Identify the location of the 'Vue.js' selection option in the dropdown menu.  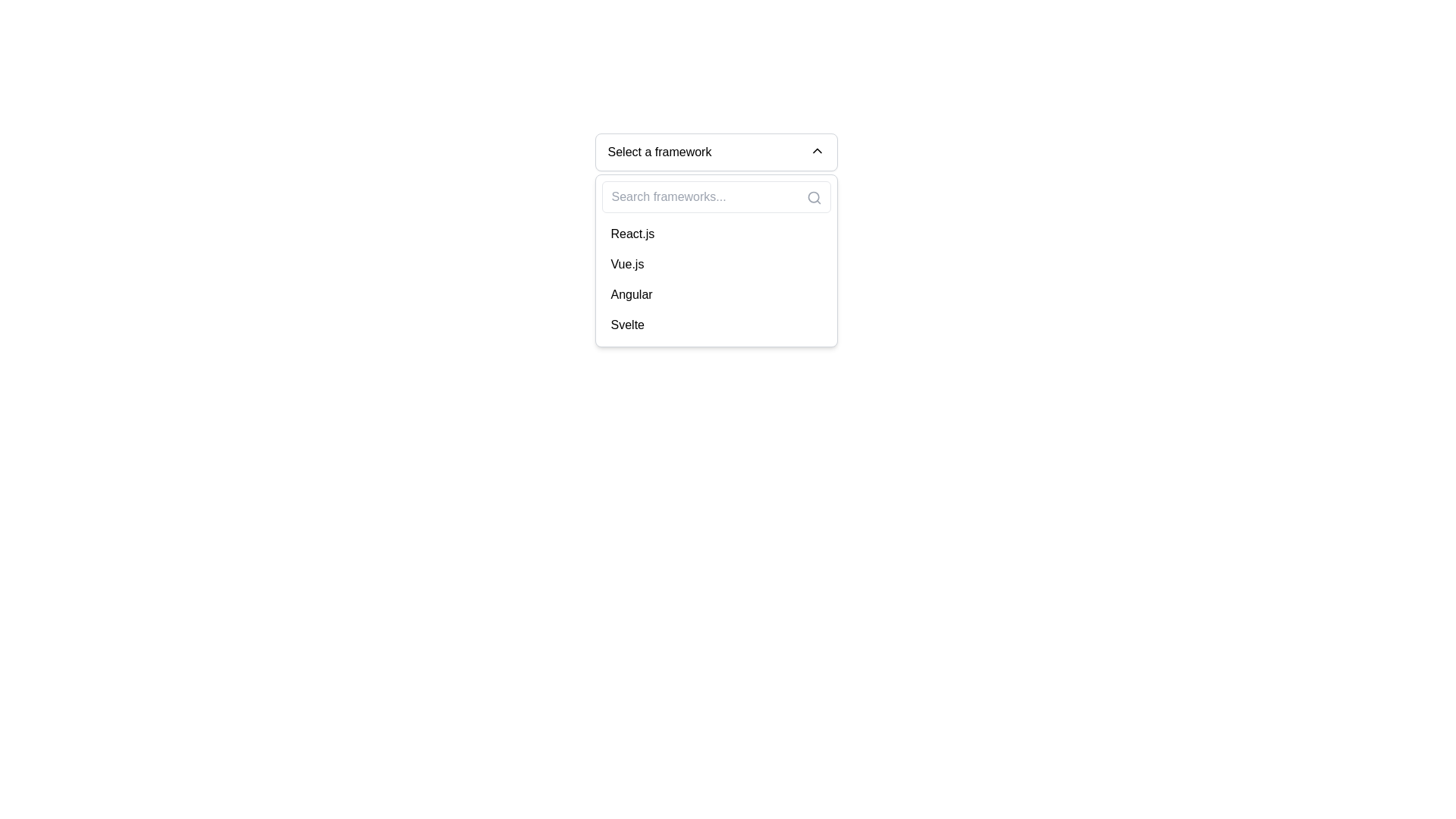
(627, 263).